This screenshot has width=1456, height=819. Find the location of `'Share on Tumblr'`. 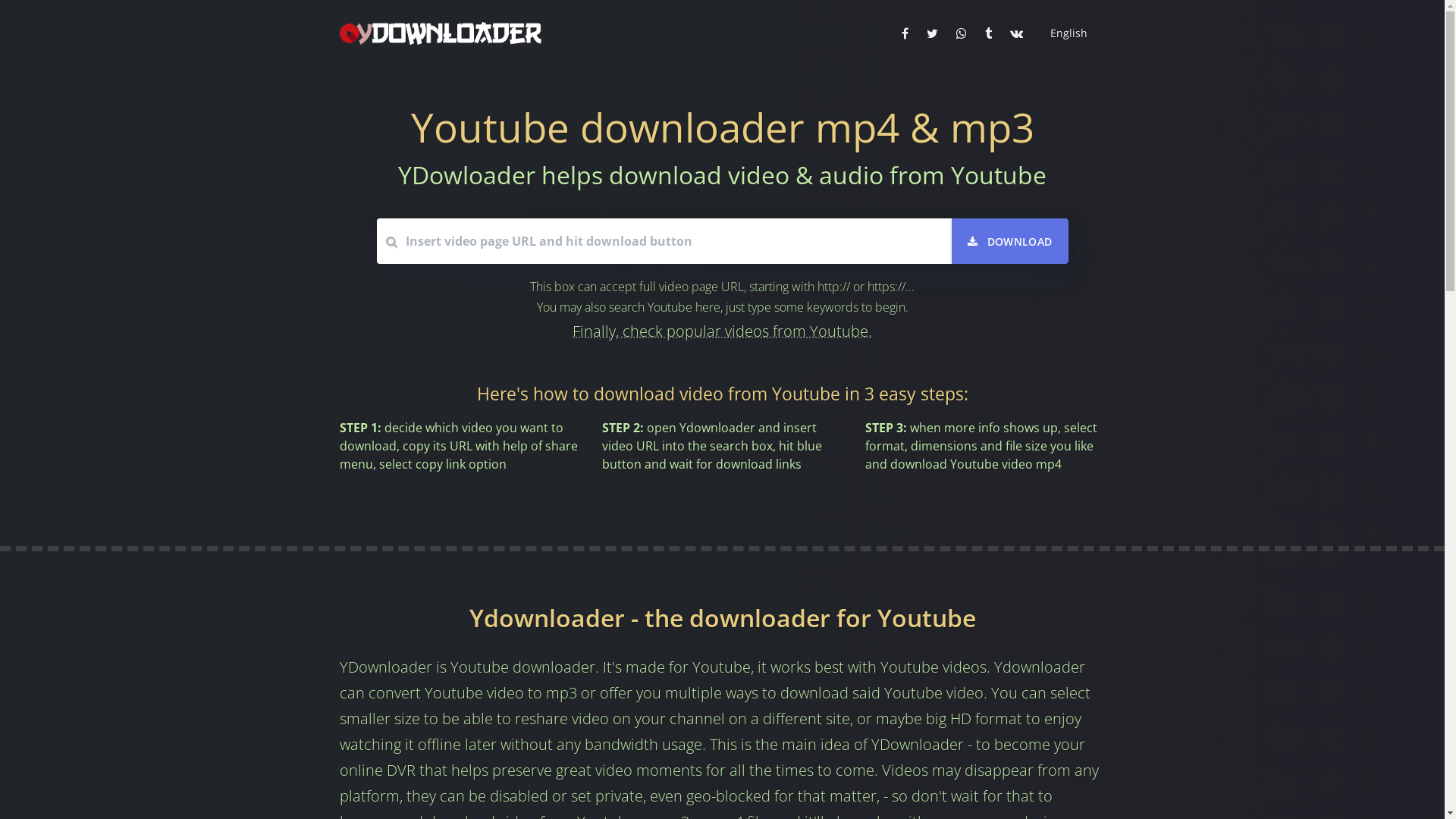

'Share on Tumblr' is located at coordinates (978, 33).